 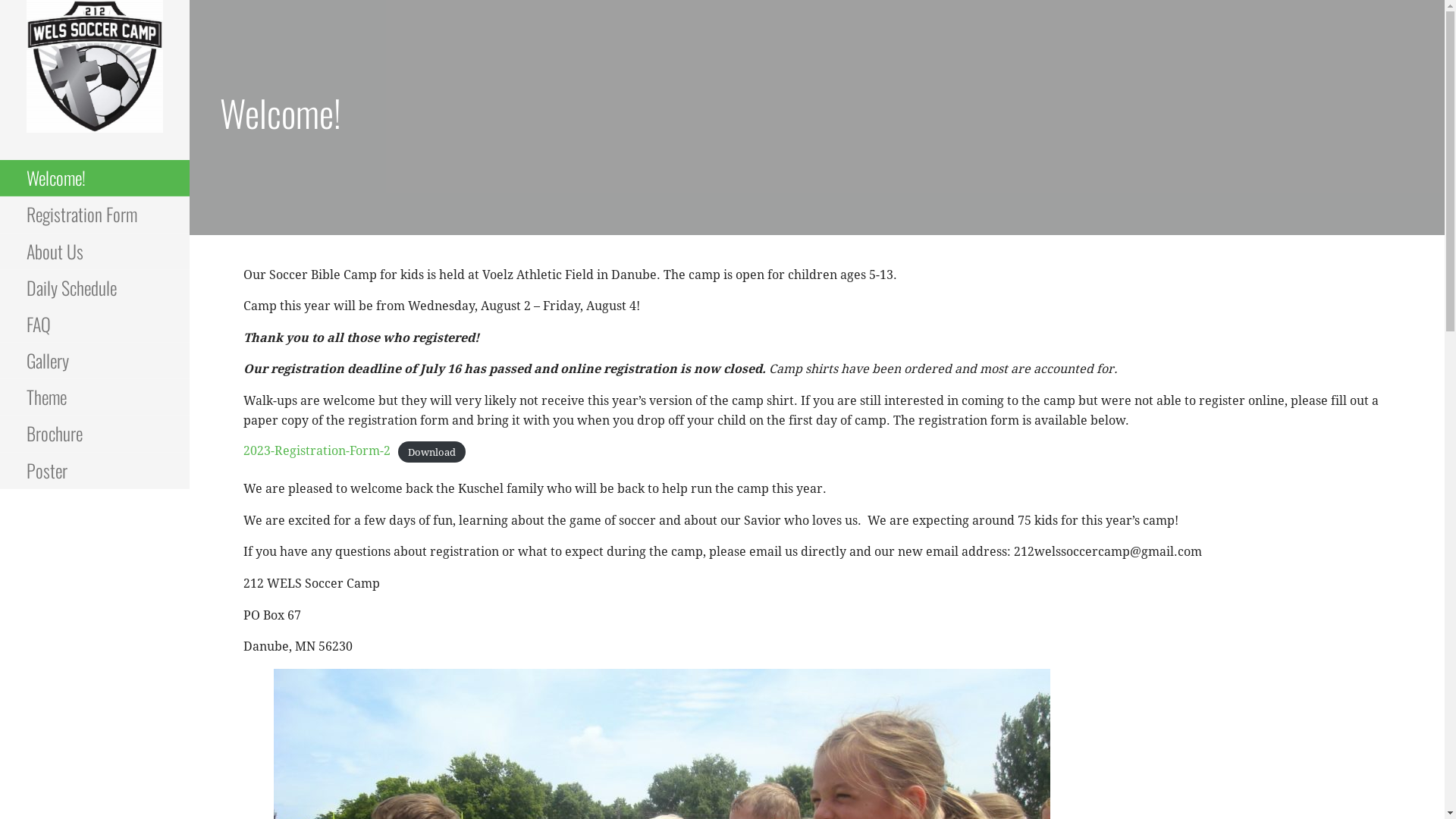 I want to click on 'Theme', so click(x=93, y=397).